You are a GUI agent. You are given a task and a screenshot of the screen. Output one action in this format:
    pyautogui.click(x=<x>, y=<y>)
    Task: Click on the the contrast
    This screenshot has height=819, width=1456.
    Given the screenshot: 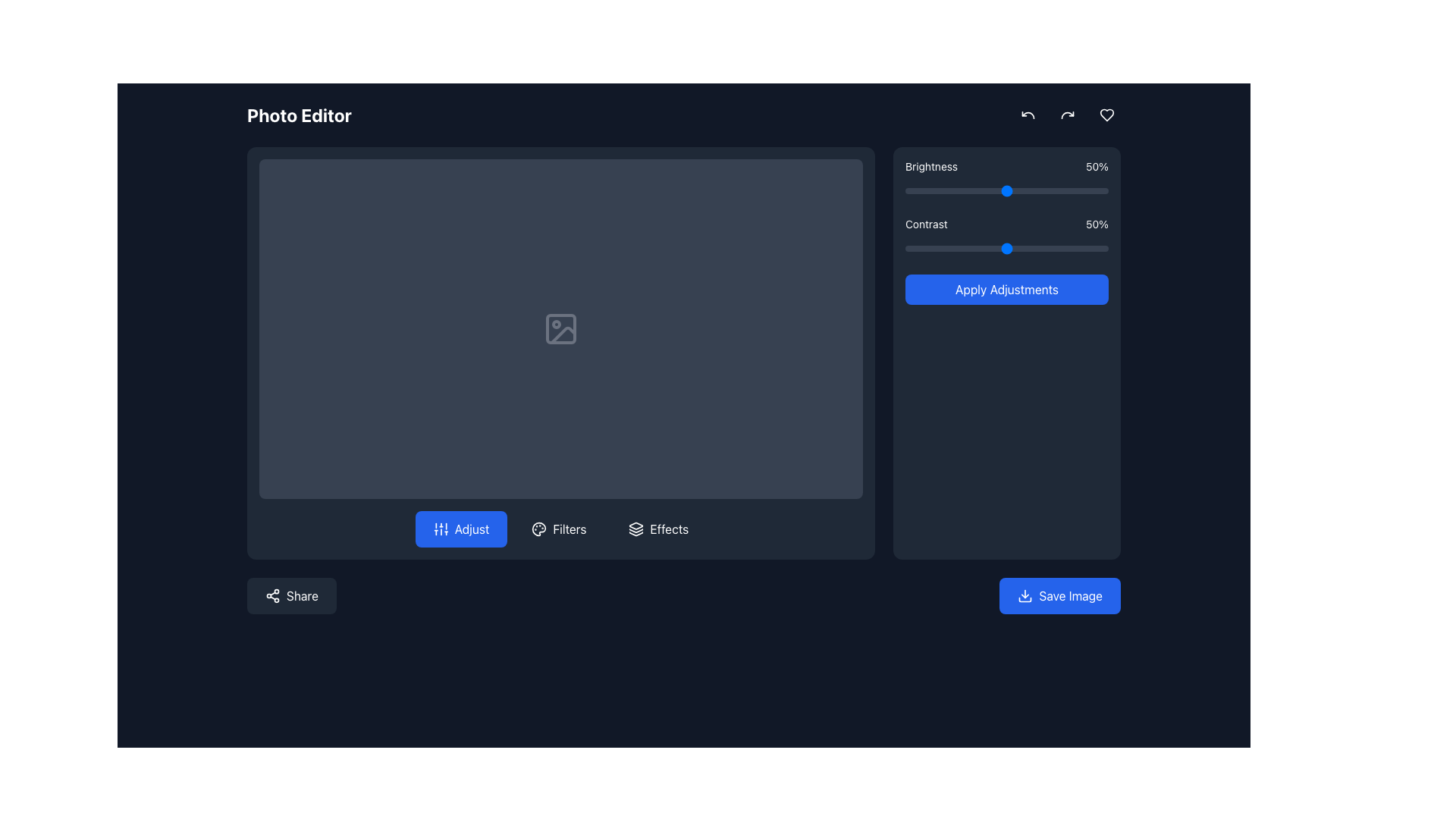 What is the action you would take?
    pyautogui.click(x=955, y=247)
    